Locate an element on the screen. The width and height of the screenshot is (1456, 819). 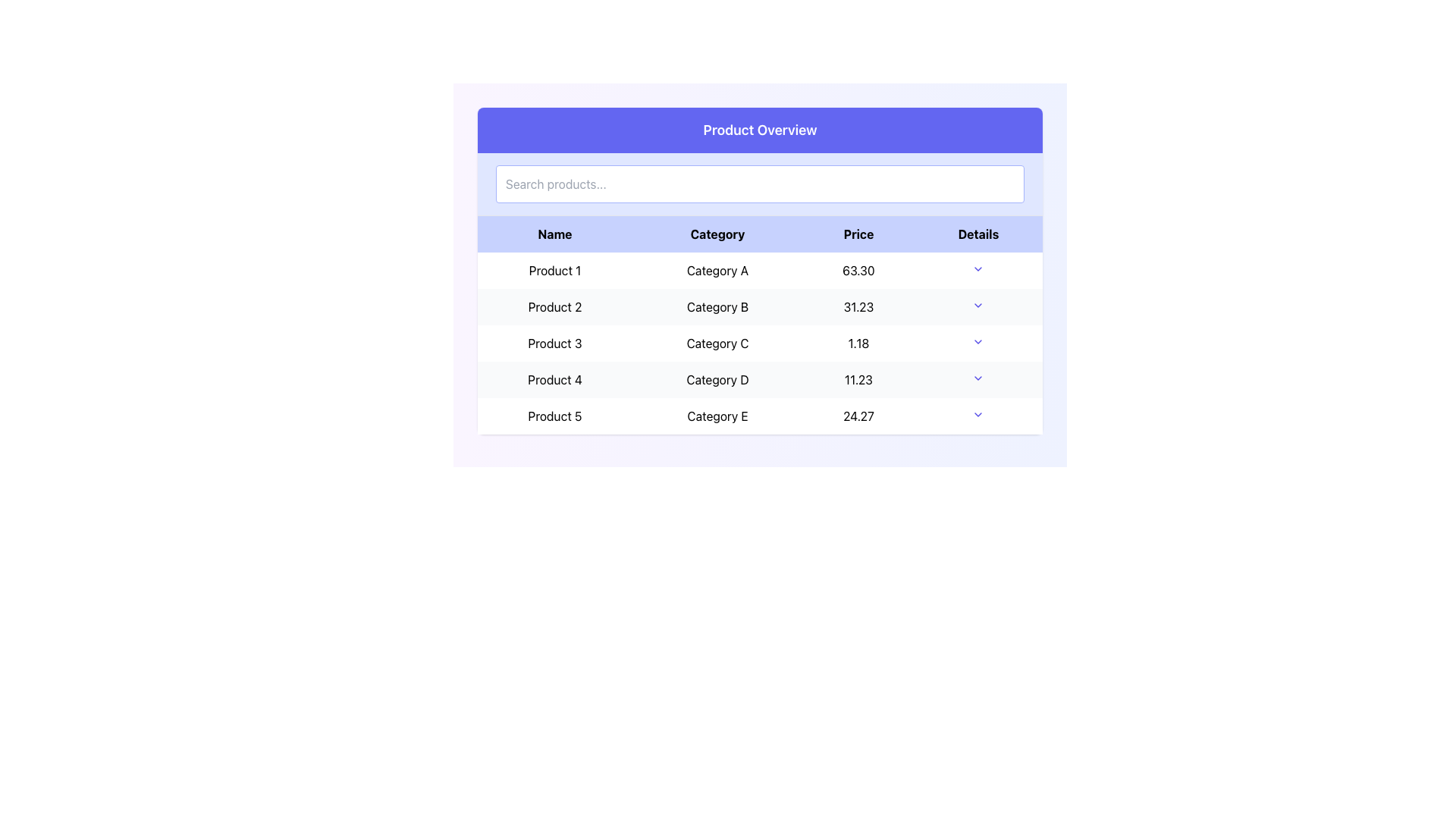
on the row labeled 'Product 5' in the table, which is in the last row and associated with 'Category E' and priced at '24.27' is located at coordinates (760, 416).